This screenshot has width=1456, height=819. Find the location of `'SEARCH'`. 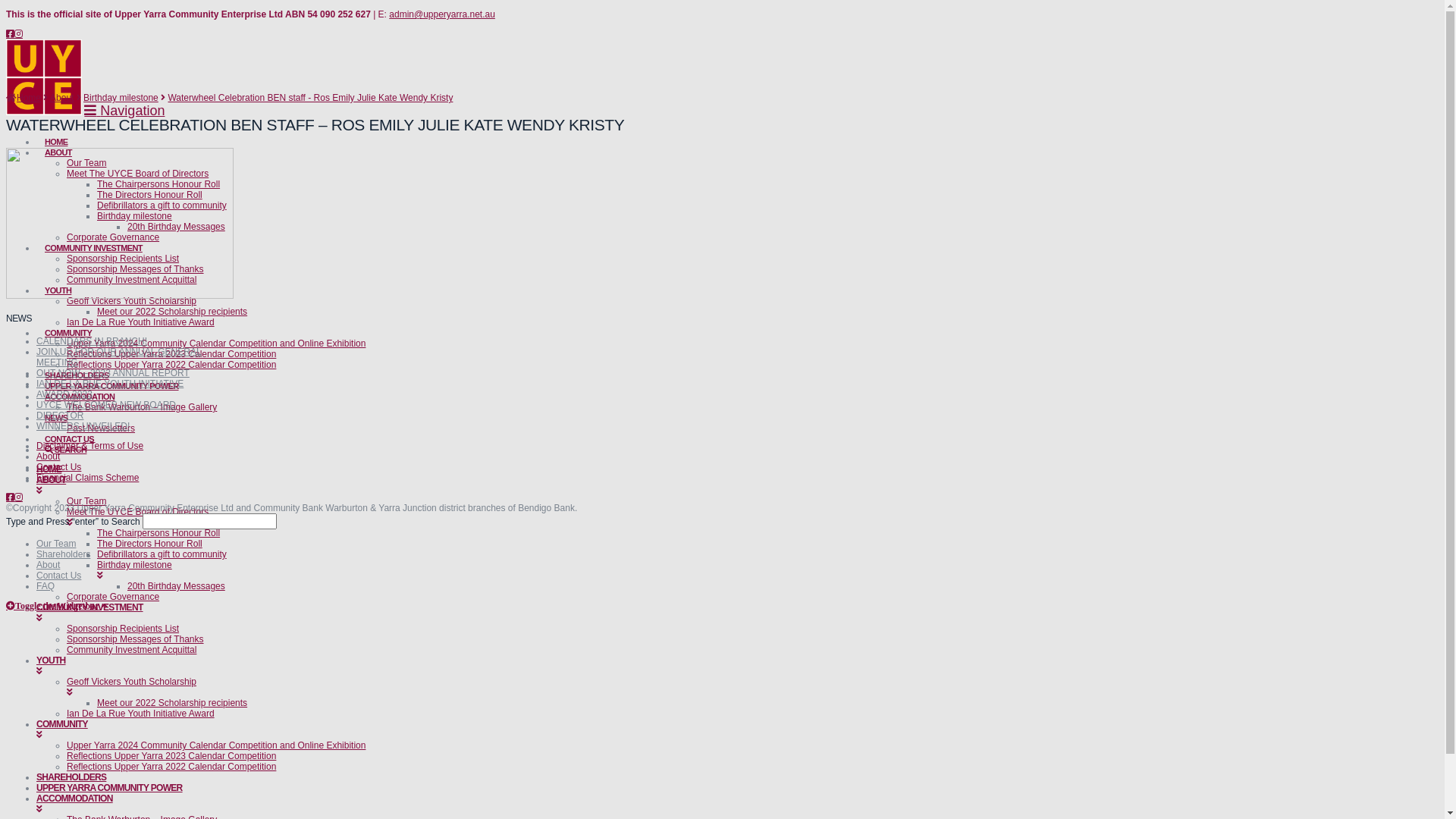

'SEARCH' is located at coordinates (64, 444).